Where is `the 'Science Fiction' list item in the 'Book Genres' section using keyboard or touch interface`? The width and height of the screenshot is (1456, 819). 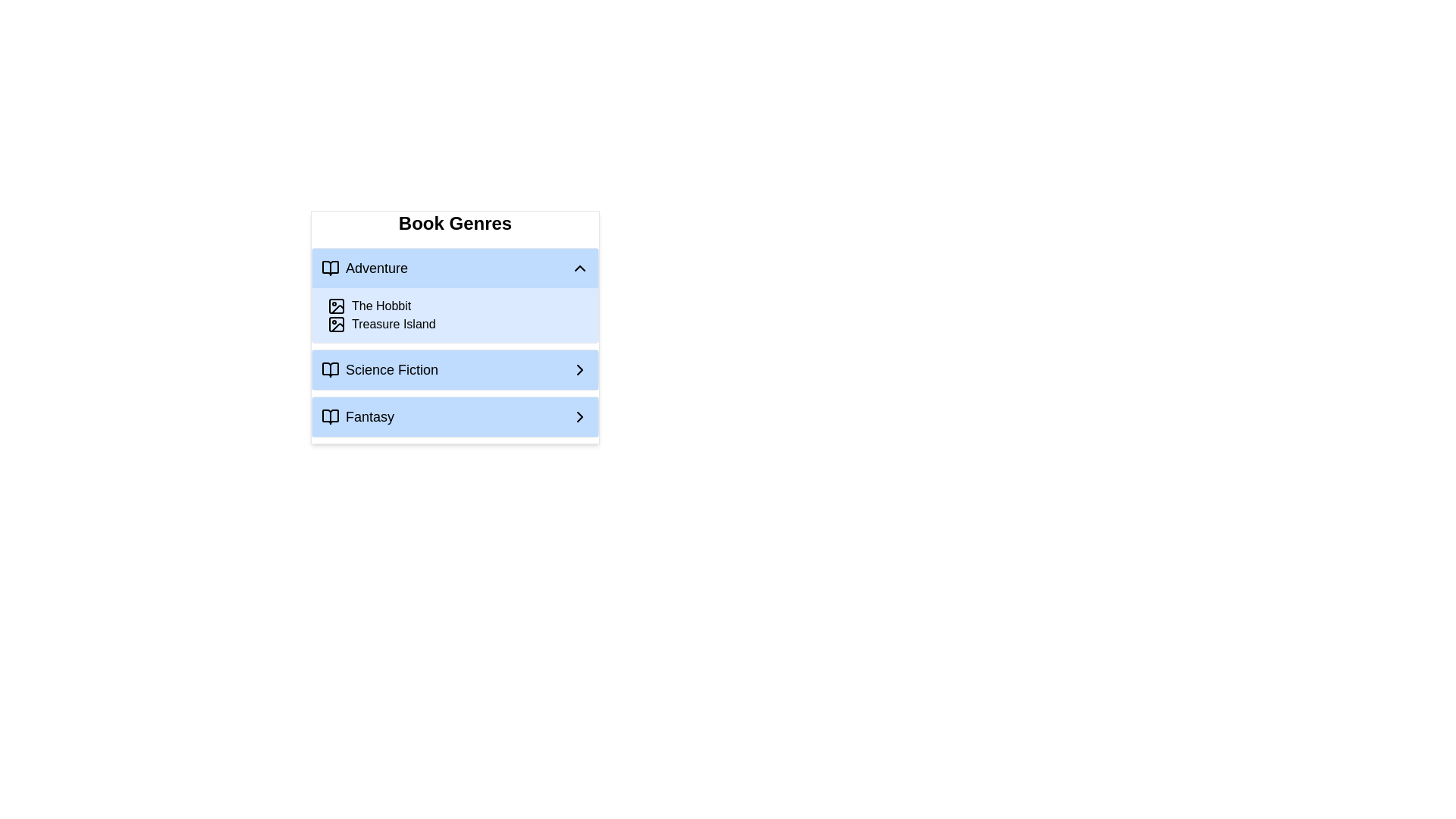 the 'Science Fiction' list item in the 'Book Genres' section using keyboard or touch interface is located at coordinates (454, 370).